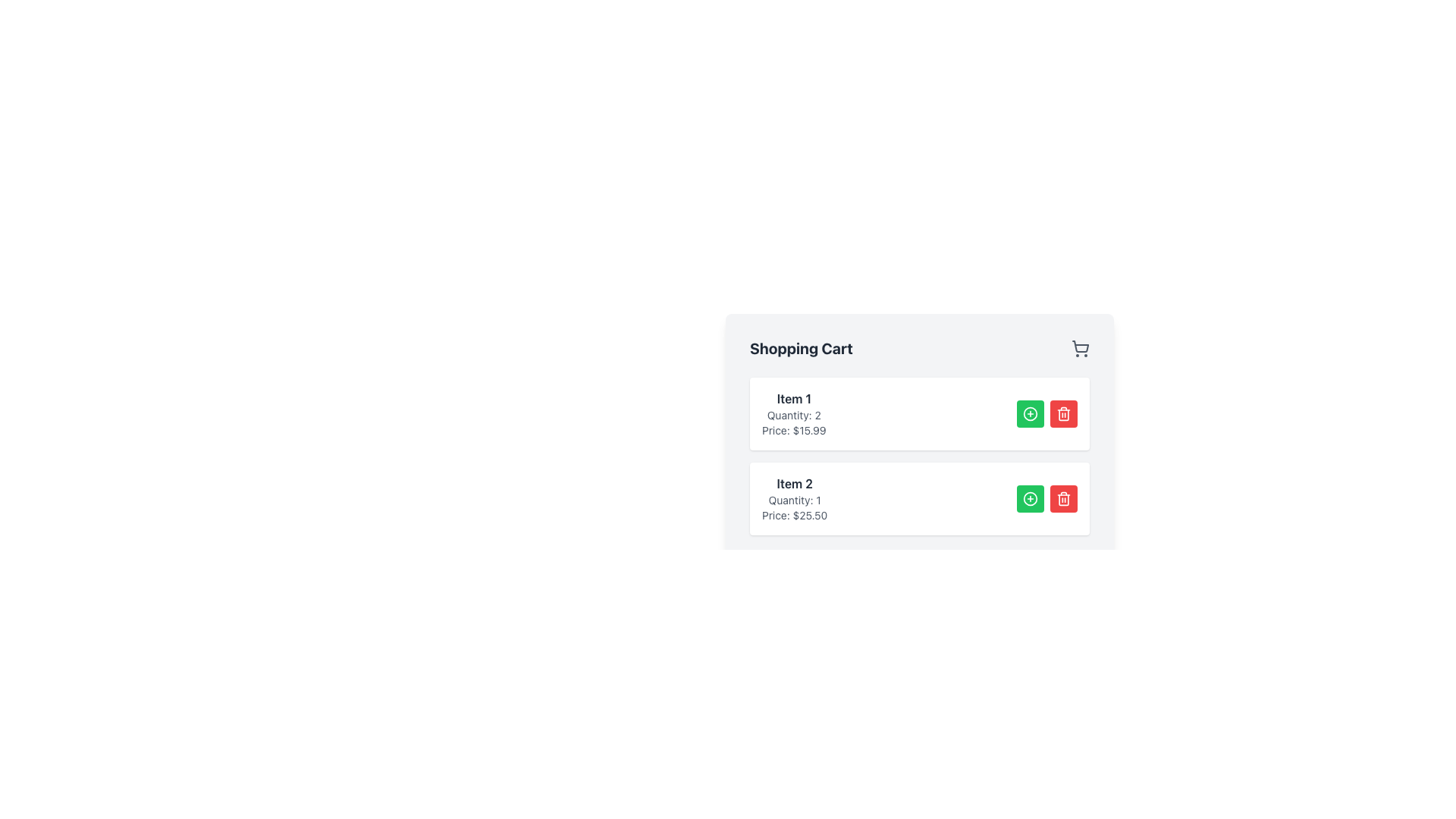 Image resolution: width=1456 pixels, height=819 pixels. Describe the element at coordinates (1080, 348) in the screenshot. I see `the shopping cart icon located in the upper right section of the shopping cart interface, aligned with the header text 'Shopping Cart.'` at that location.